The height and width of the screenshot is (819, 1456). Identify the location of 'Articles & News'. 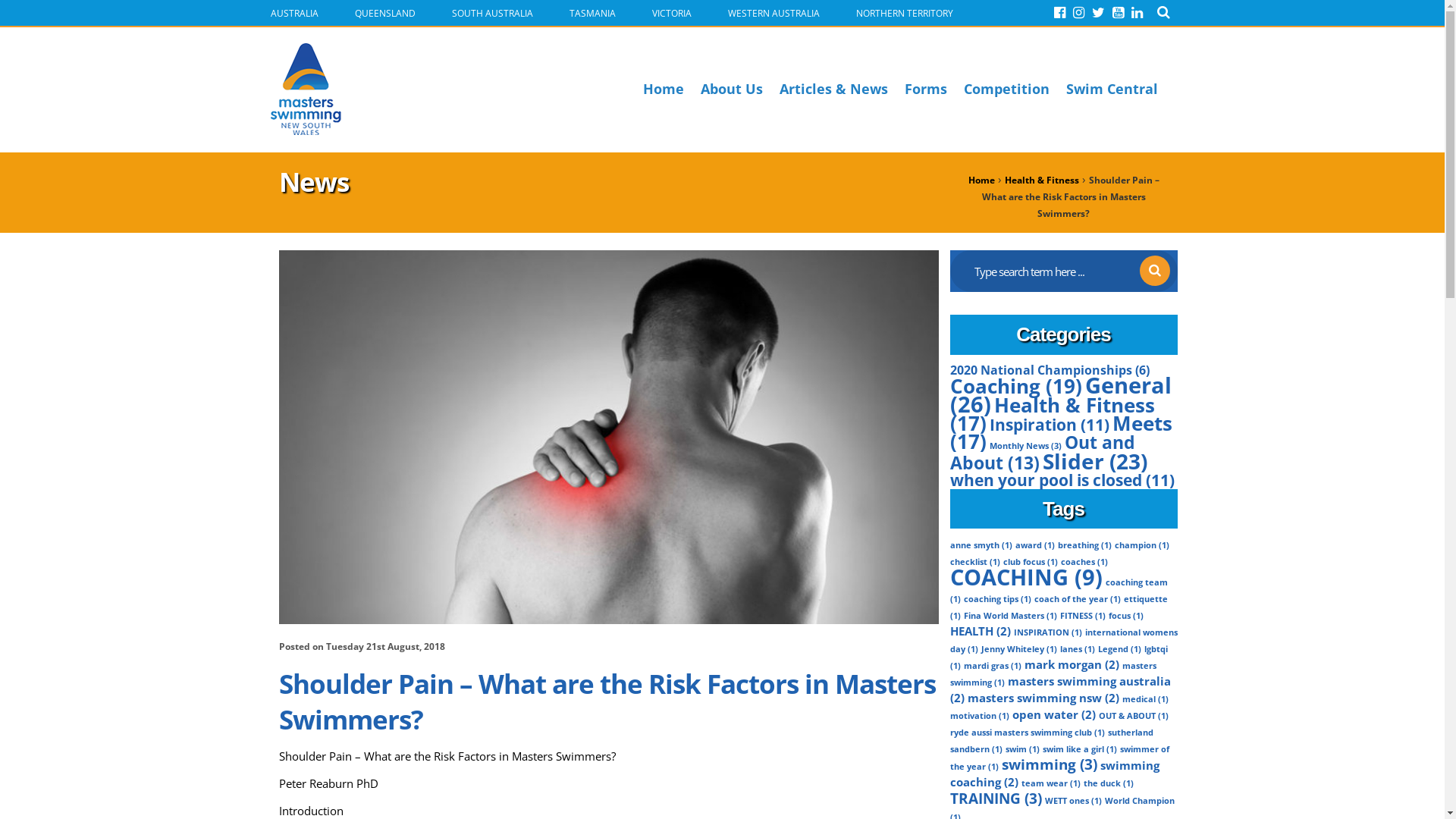
(833, 88).